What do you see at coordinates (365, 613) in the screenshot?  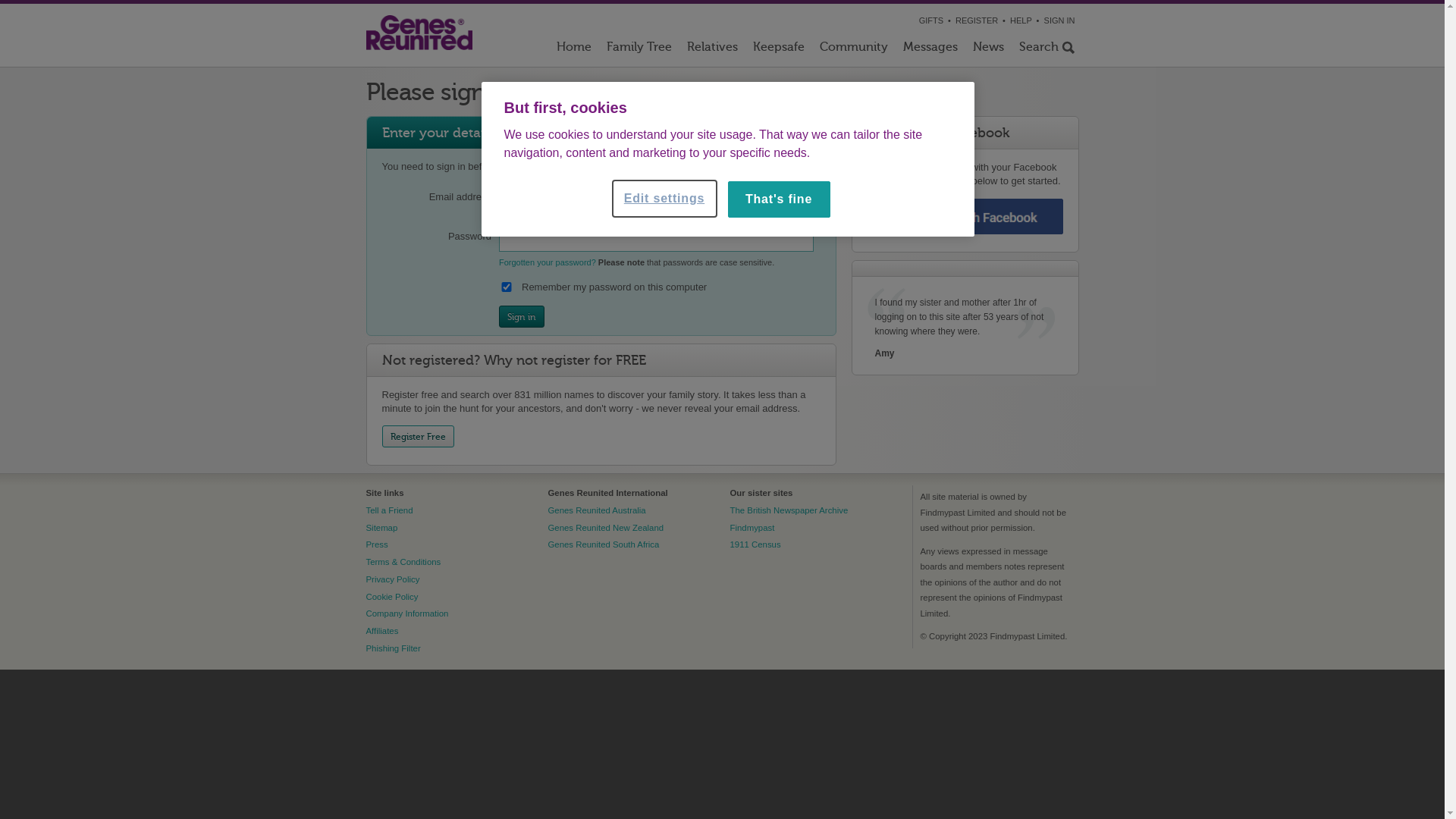 I see `'Company Information'` at bounding box center [365, 613].